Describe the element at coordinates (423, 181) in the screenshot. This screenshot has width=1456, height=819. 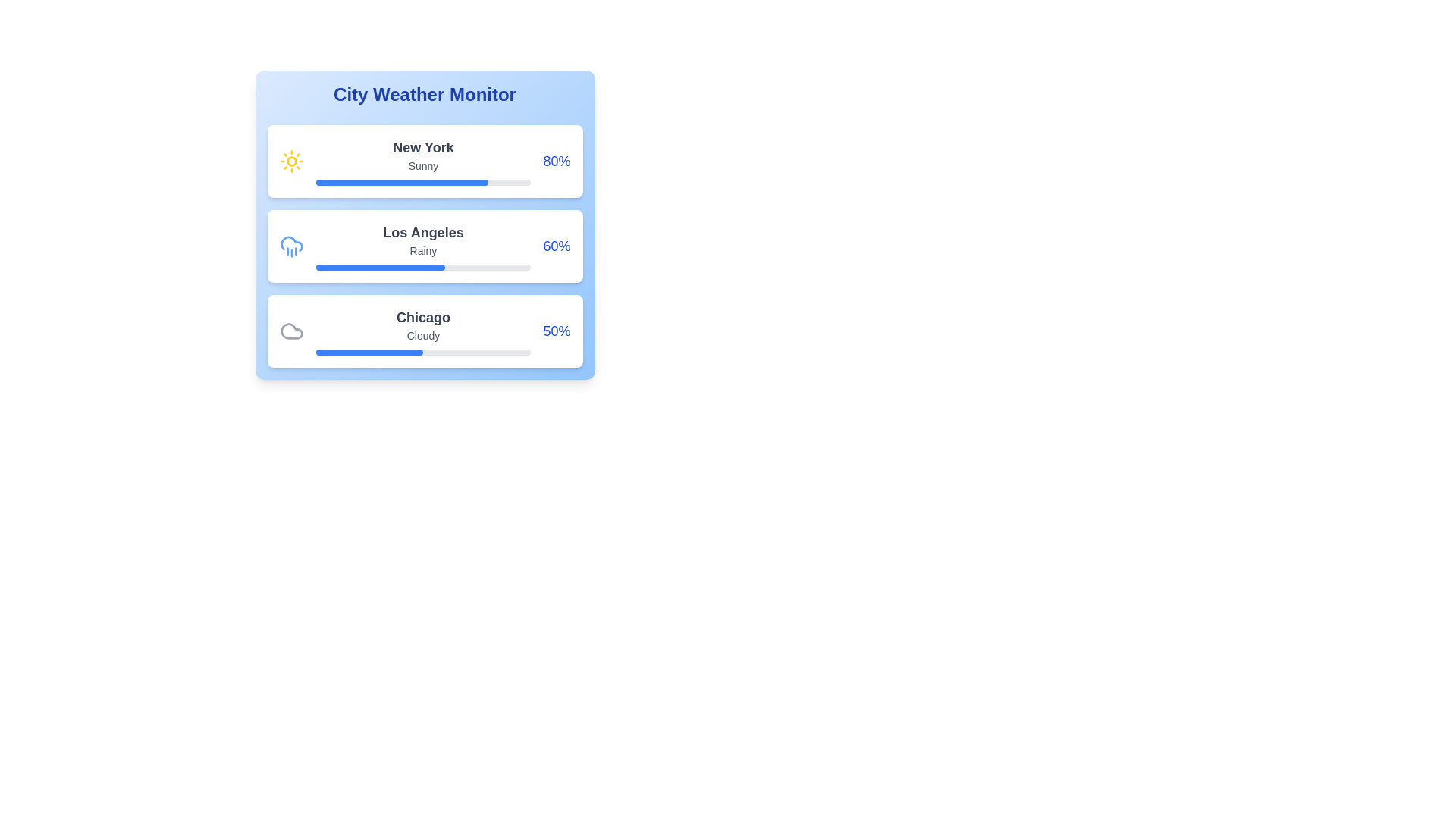
I see `the progress level of the blue-filled progress bar indicating 80% completion in the 'New York' weather card, located beneath the 'Sunny' description` at that location.